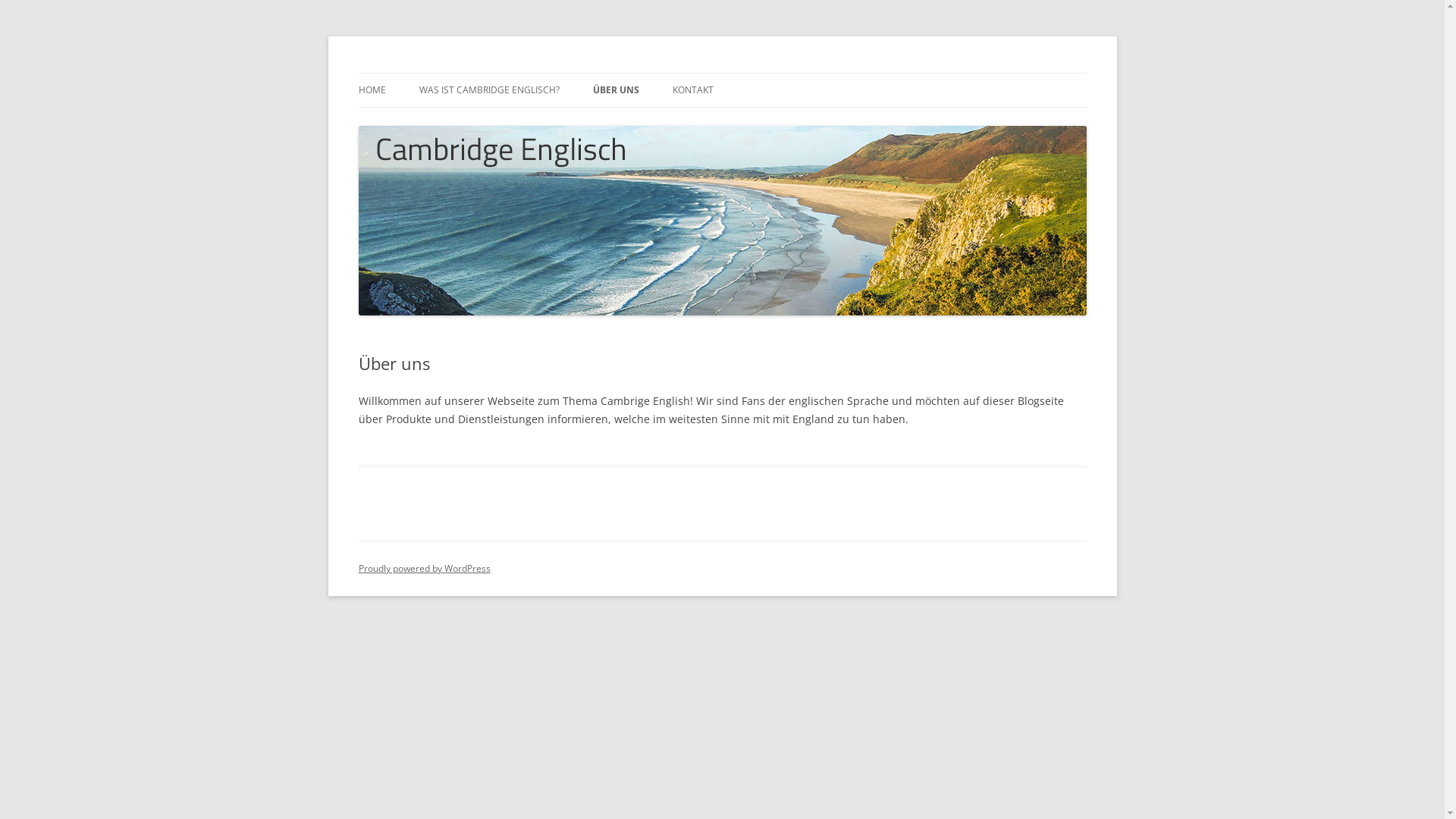  What do you see at coordinates (371, 90) in the screenshot?
I see `'HOME'` at bounding box center [371, 90].